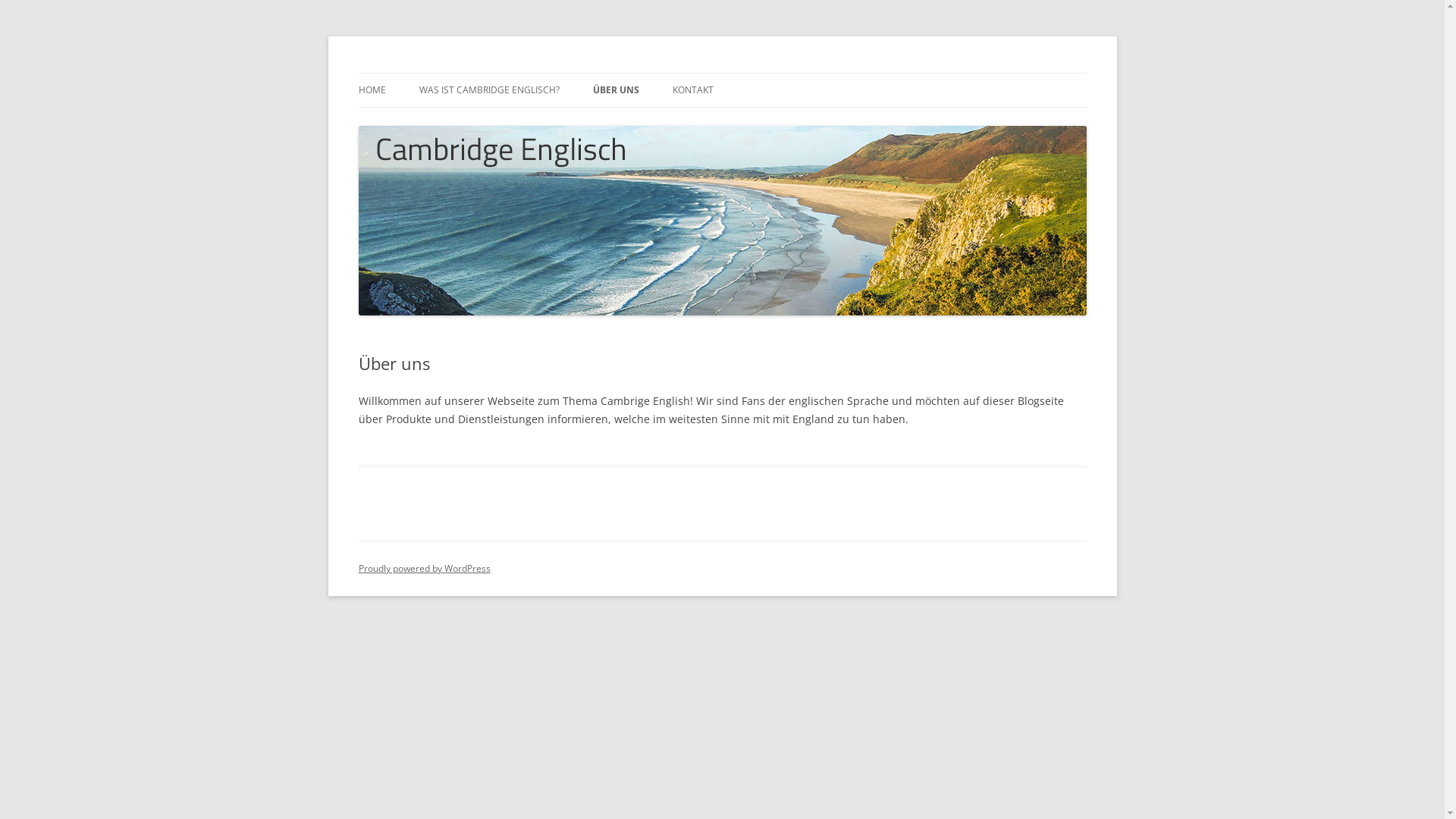  What do you see at coordinates (371, 90) in the screenshot?
I see `'HOME'` at bounding box center [371, 90].